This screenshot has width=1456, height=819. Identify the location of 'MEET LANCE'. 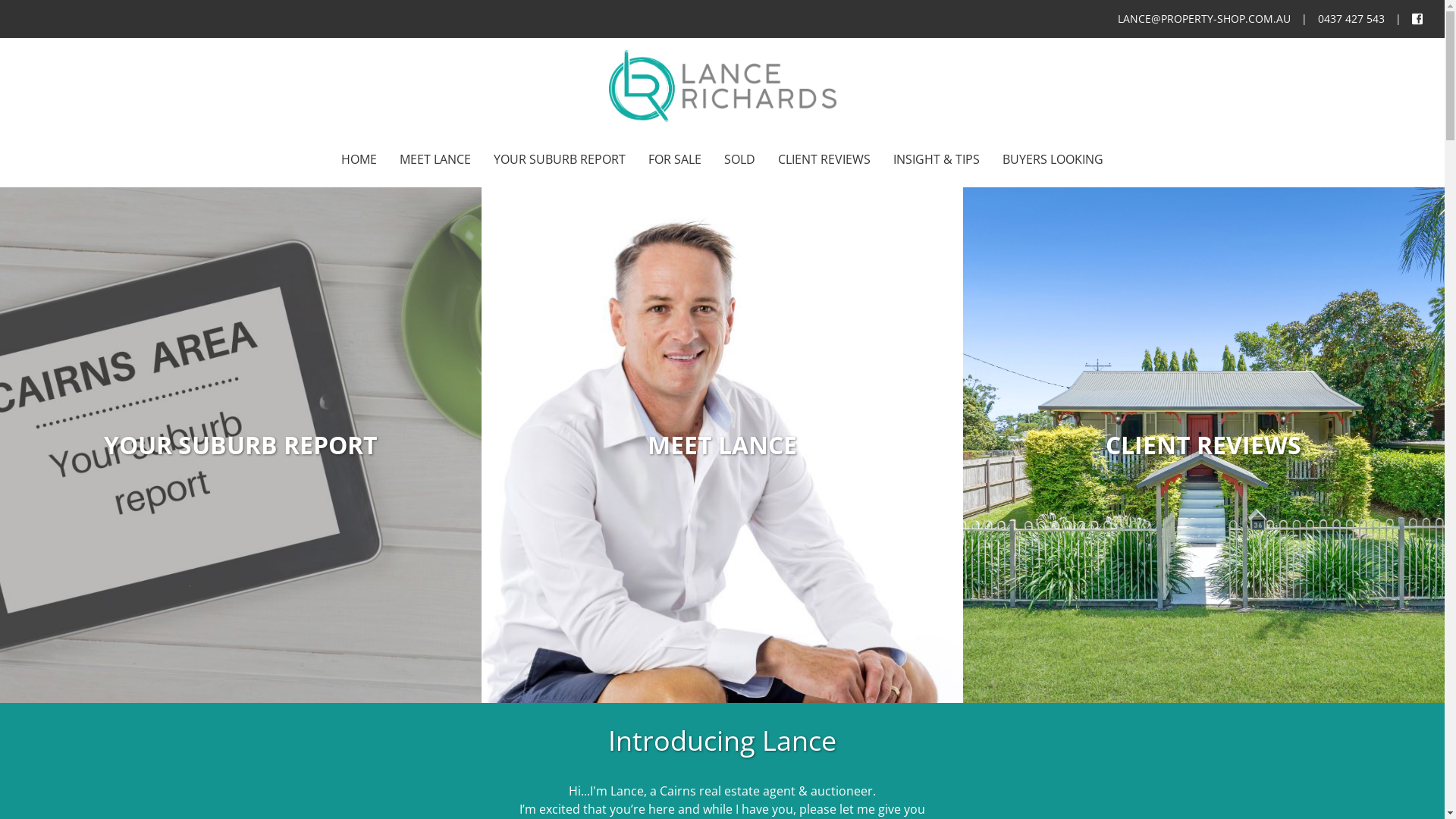
(435, 161).